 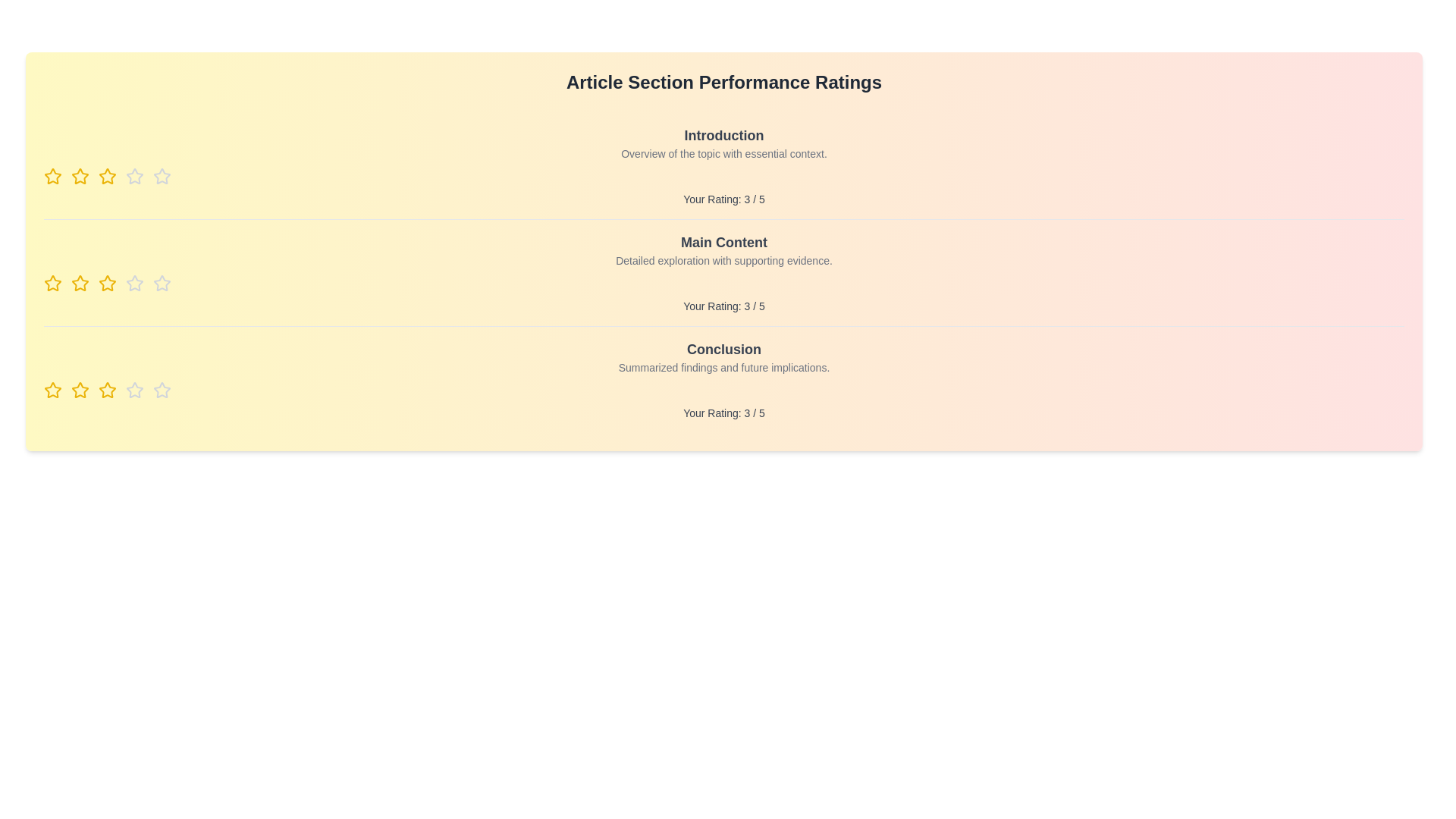 What do you see at coordinates (107, 175) in the screenshot?
I see `the rating of a section to 3 stars by clicking on the corresponding star` at bounding box center [107, 175].